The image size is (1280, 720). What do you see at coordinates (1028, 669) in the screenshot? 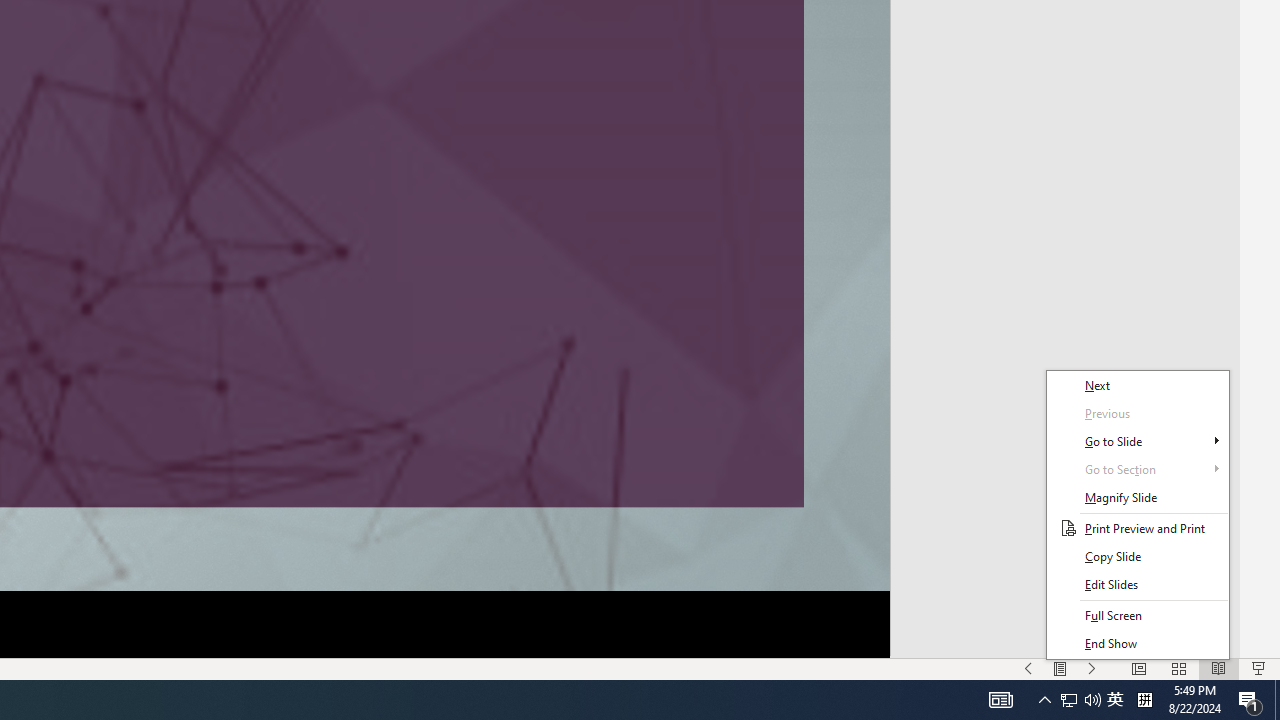
I see `'Slide Show Previous On'` at bounding box center [1028, 669].